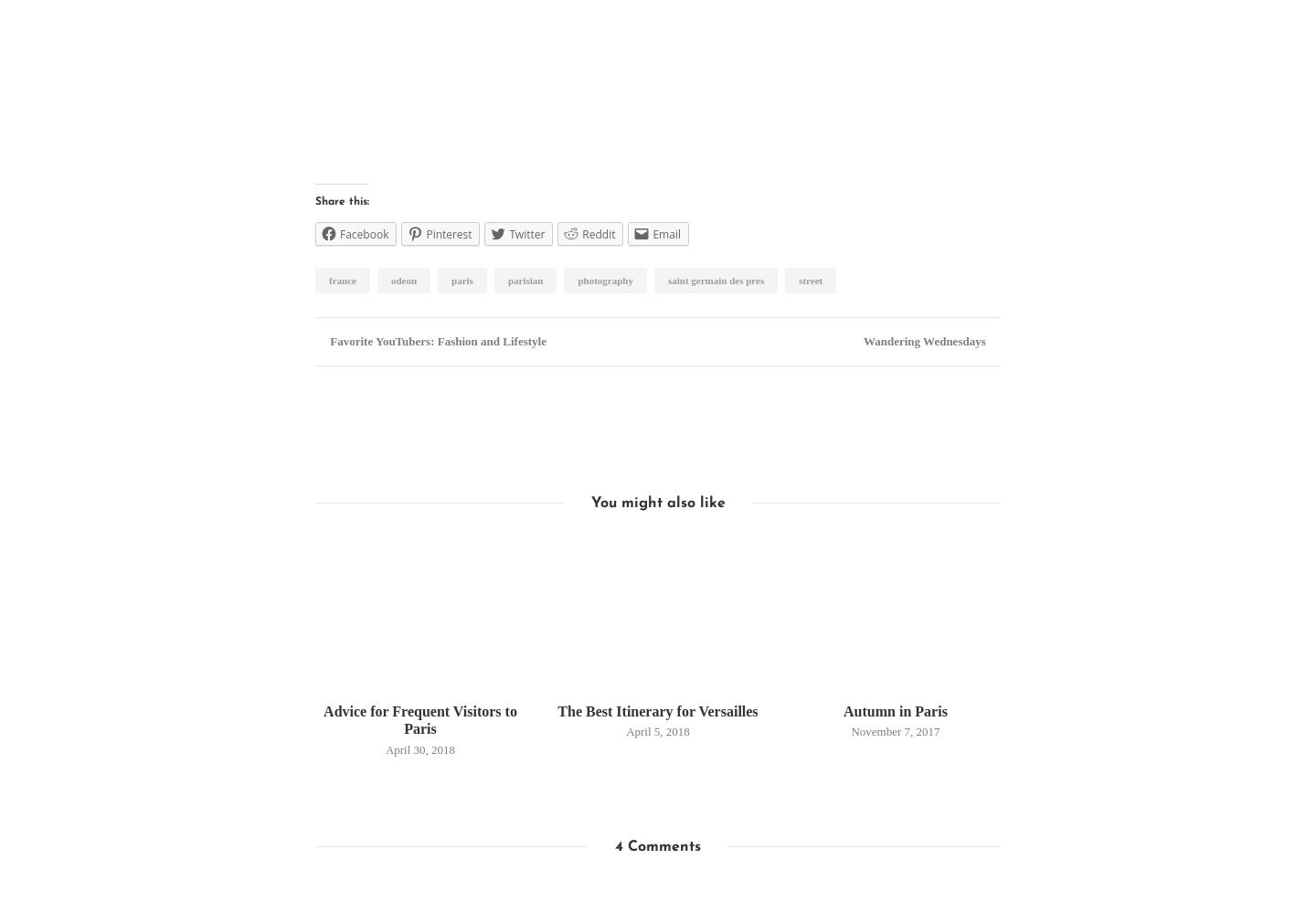 This screenshot has height=902, width=1316. I want to click on 'Wandering Wednesdays', so click(925, 341).